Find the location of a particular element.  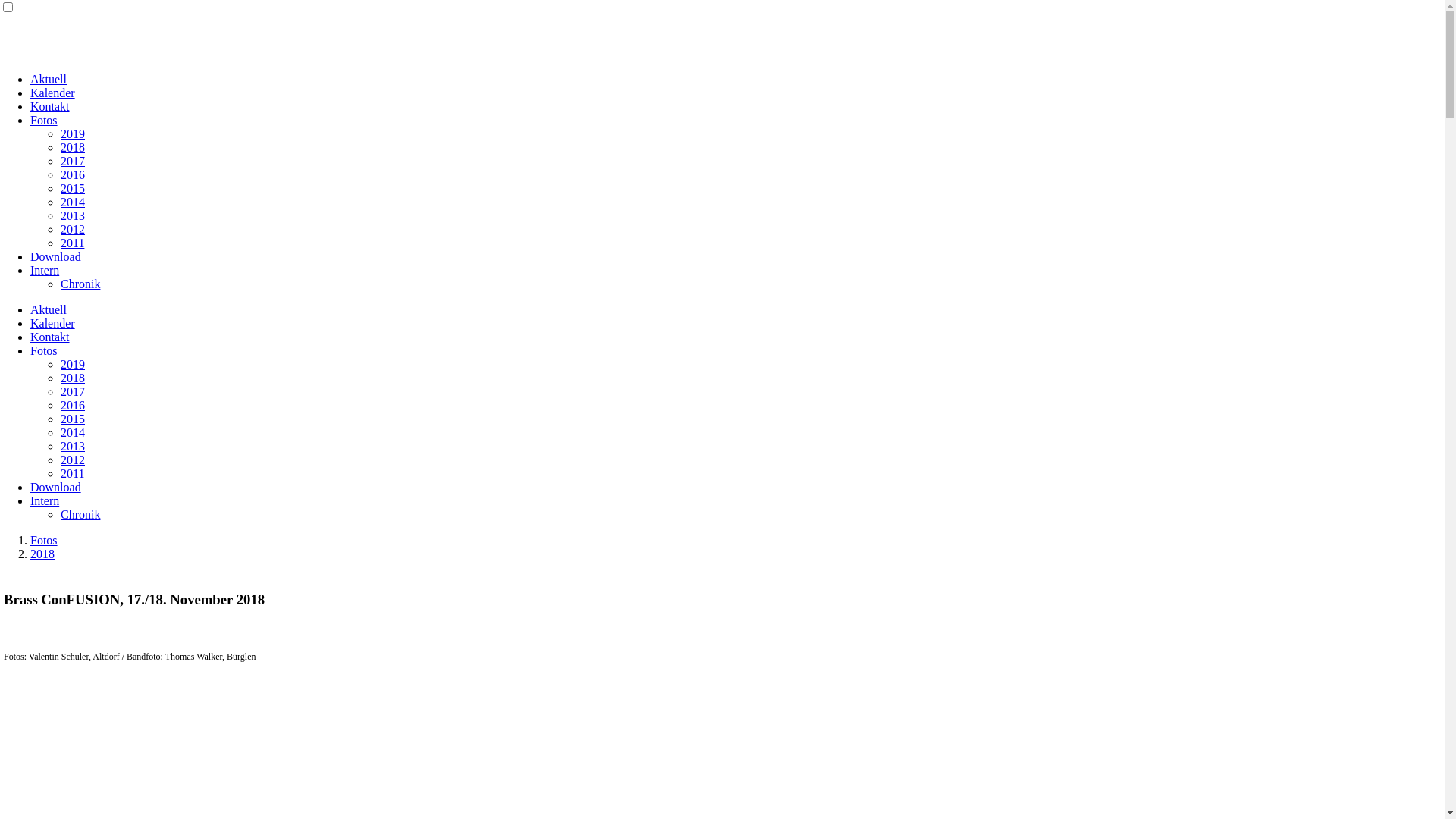

'2019' is located at coordinates (72, 133).